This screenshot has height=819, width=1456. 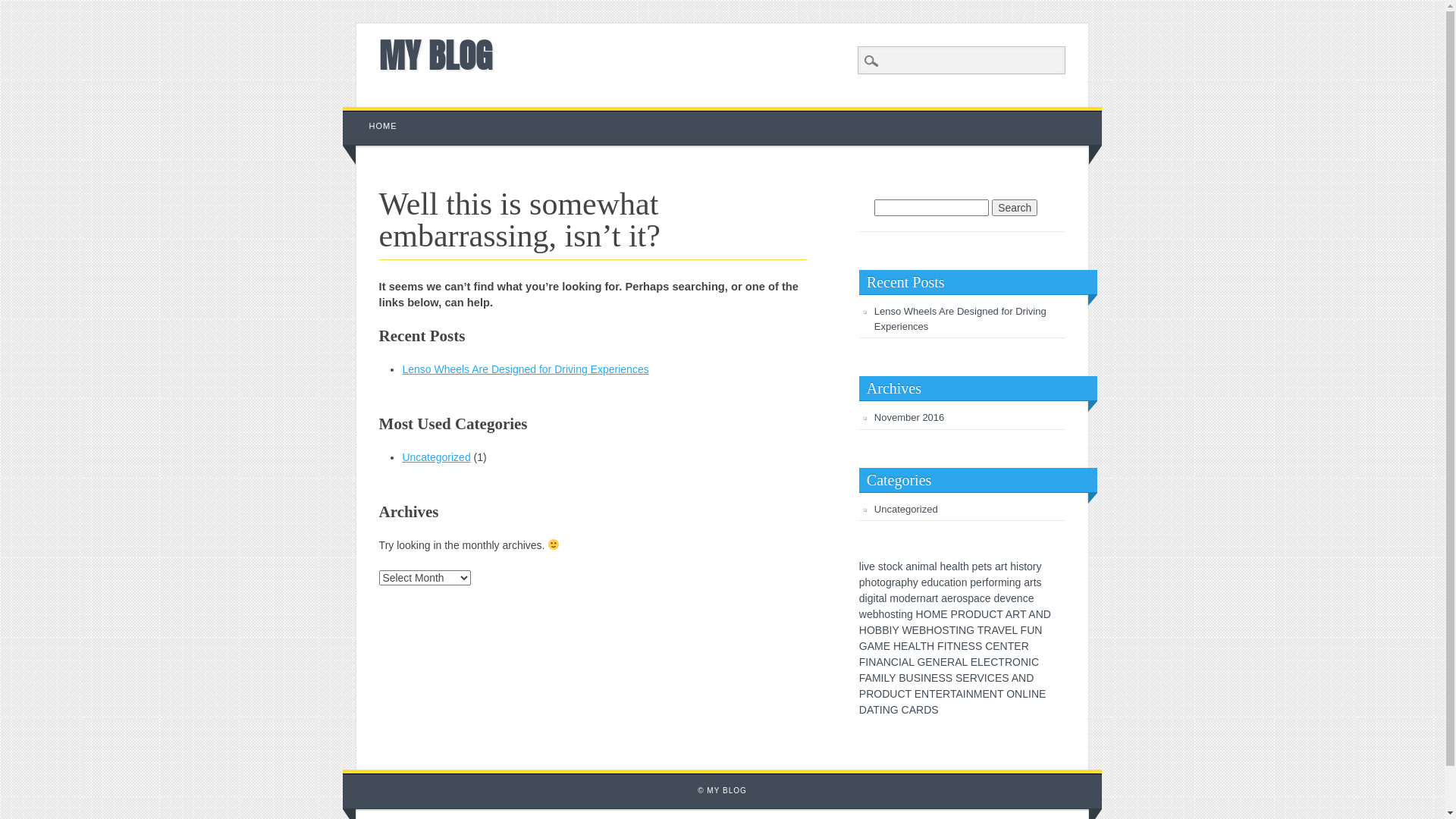 What do you see at coordinates (912, 710) in the screenshot?
I see `'A'` at bounding box center [912, 710].